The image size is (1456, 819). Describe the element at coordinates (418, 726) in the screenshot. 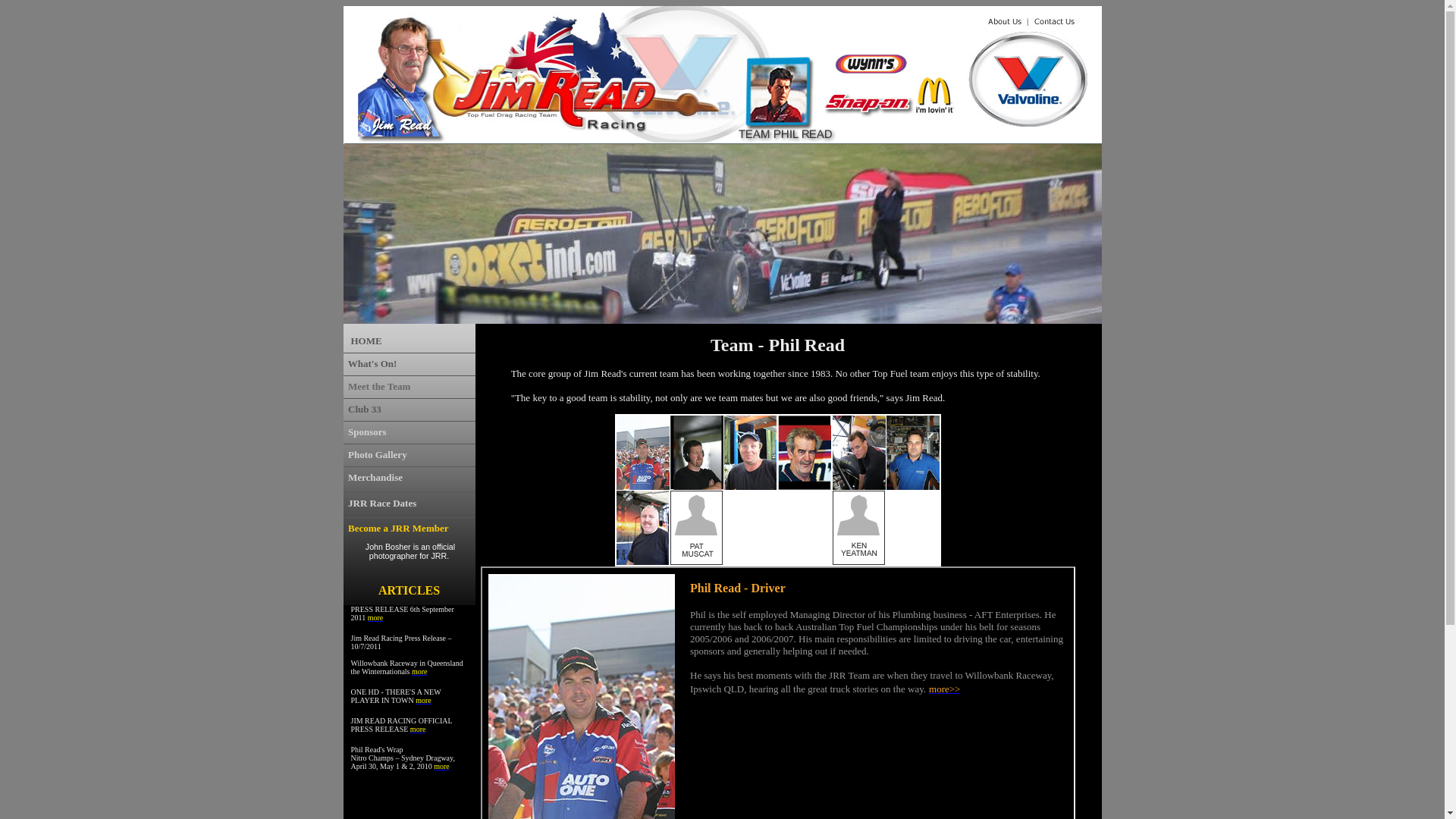

I see `'more'` at that location.